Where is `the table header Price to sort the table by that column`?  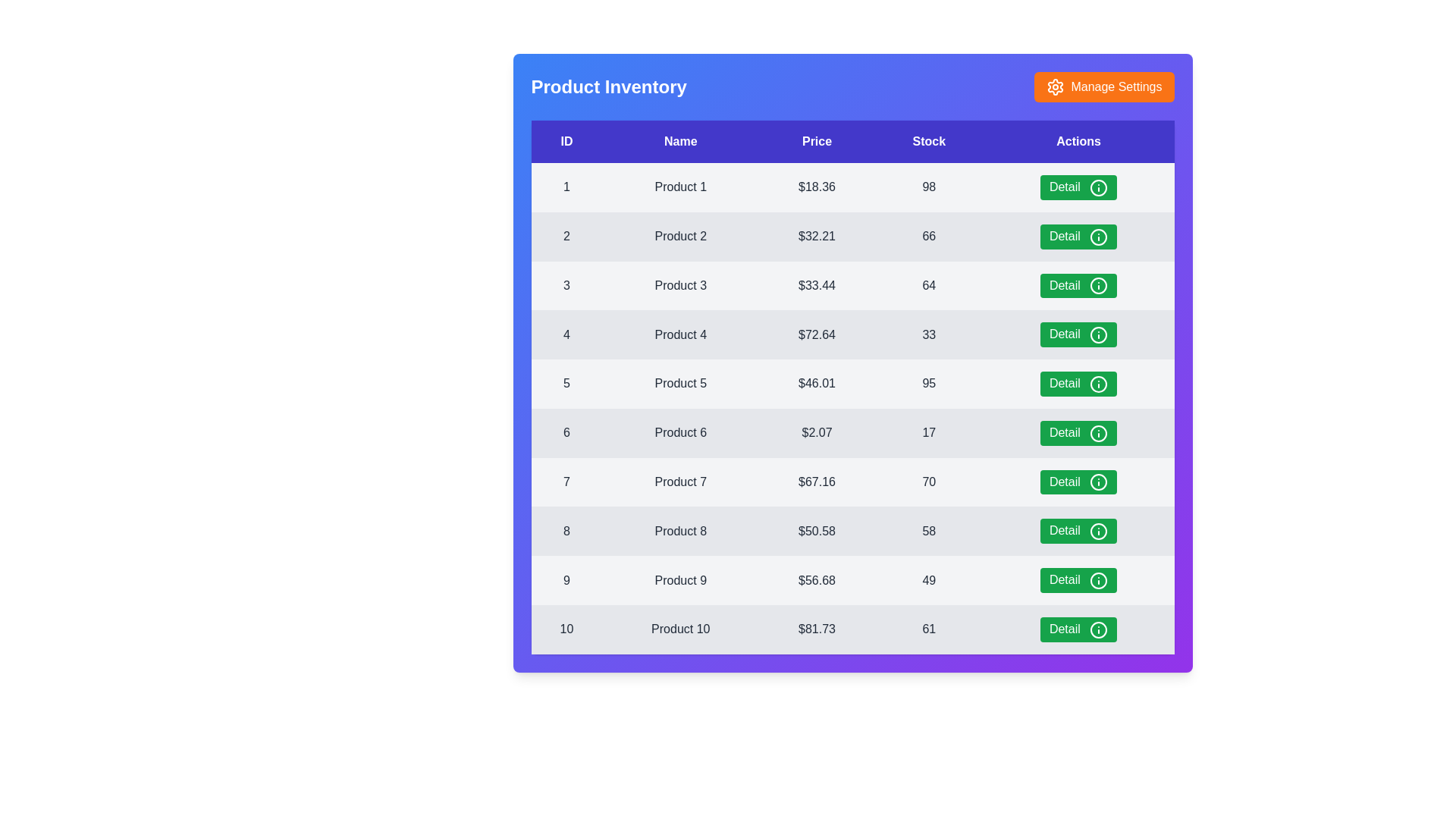
the table header Price to sort the table by that column is located at coordinates (816, 141).